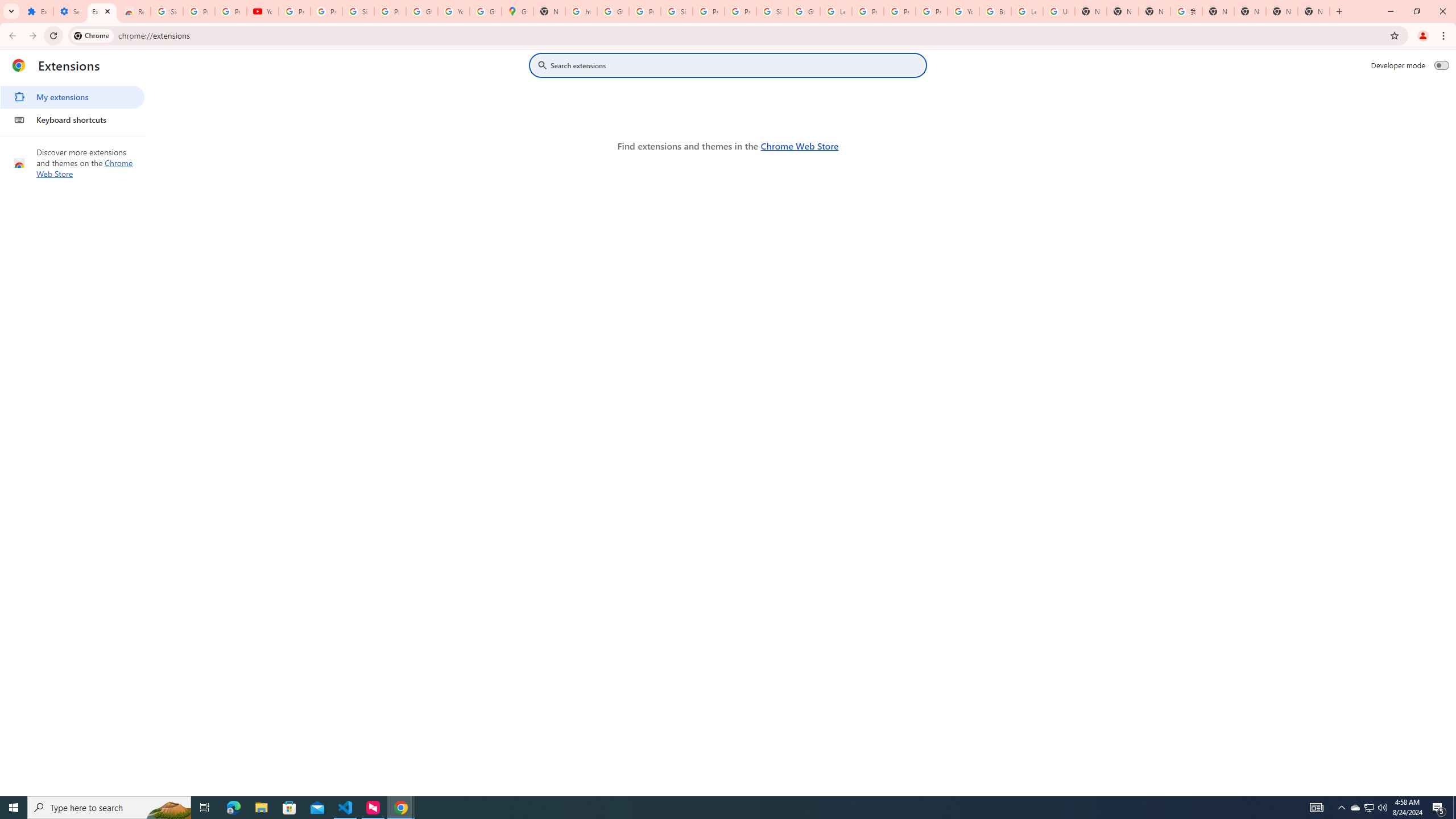 This screenshot has width=1456, height=819. What do you see at coordinates (69, 11) in the screenshot?
I see `'Settings'` at bounding box center [69, 11].